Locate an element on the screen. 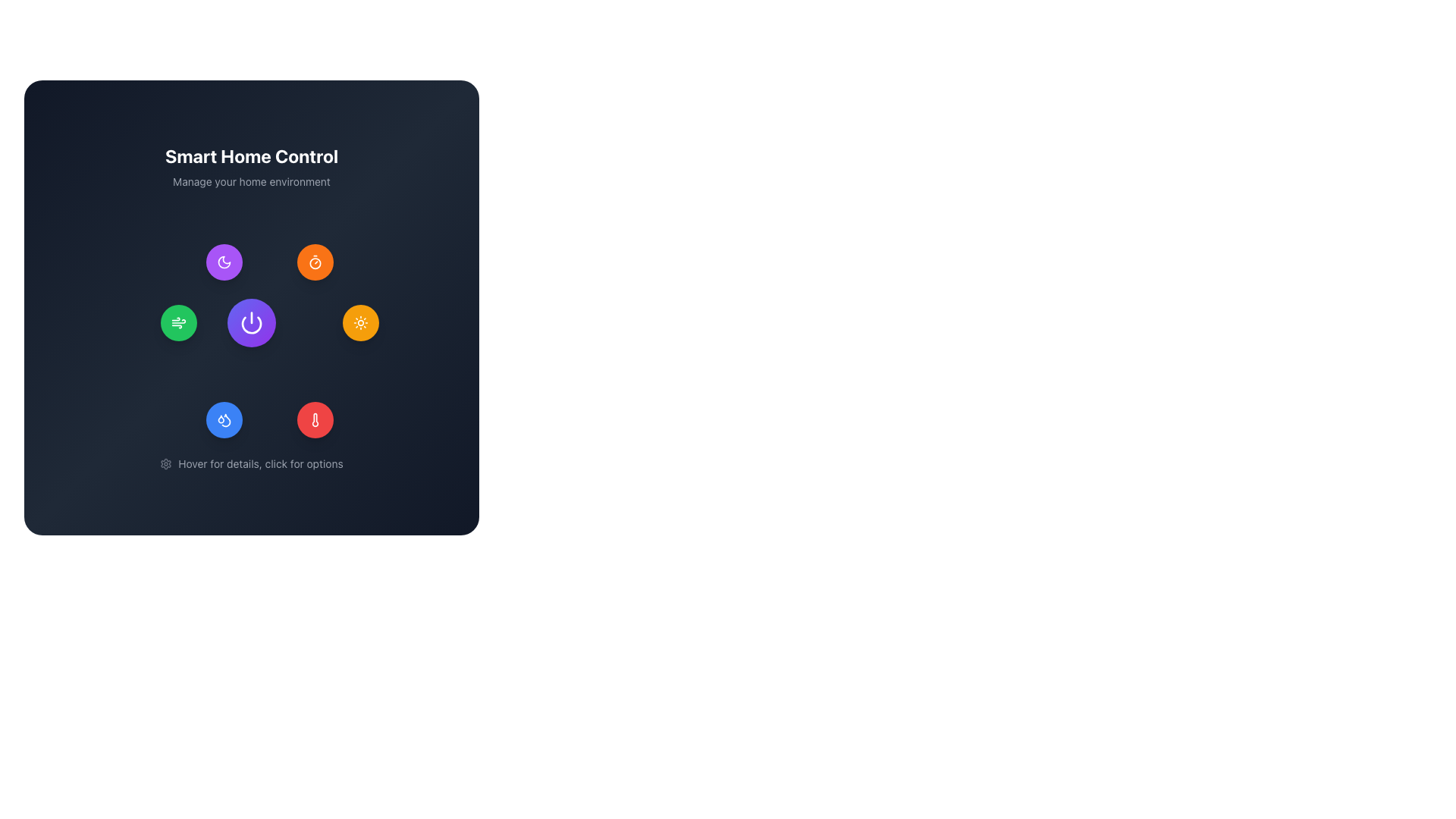 Image resolution: width=1456 pixels, height=819 pixels. the wind control icon, which is represented by a white outlined icon on a vibrant green circular background, located below the label 'Smart Home Control' is located at coordinates (178, 322).